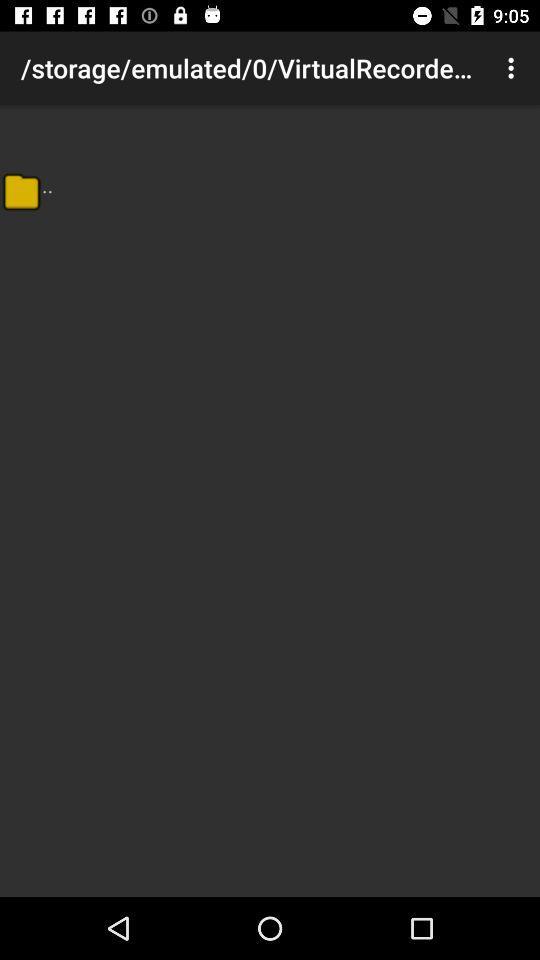 This screenshot has height=960, width=540. Describe the element at coordinates (20, 191) in the screenshot. I see `the item below the storage emulated 0 item` at that location.